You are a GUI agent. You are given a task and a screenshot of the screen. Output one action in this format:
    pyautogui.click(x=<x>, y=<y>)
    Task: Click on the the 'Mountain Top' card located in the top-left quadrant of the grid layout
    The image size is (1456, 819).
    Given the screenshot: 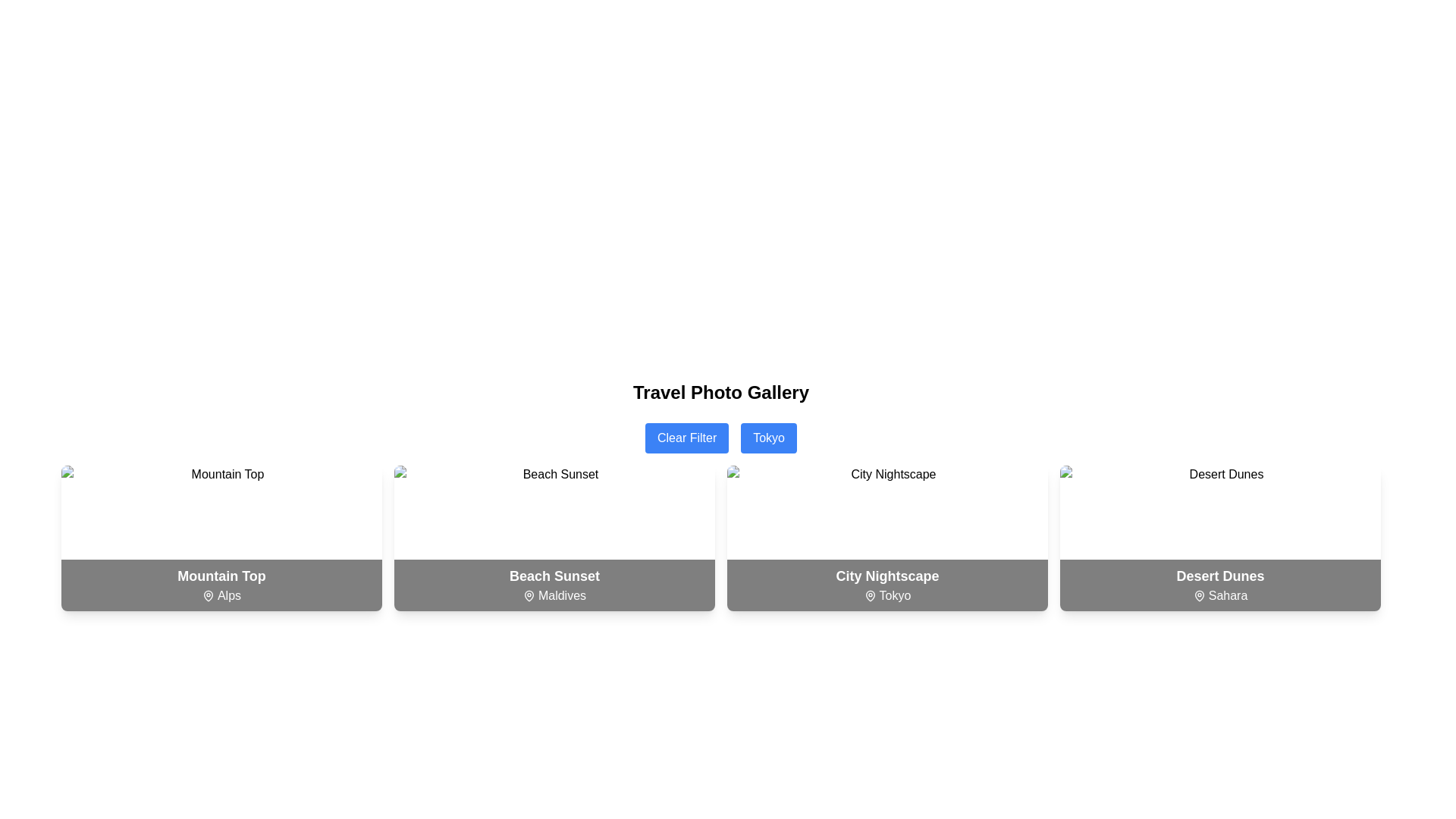 What is the action you would take?
    pyautogui.click(x=221, y=537)
    